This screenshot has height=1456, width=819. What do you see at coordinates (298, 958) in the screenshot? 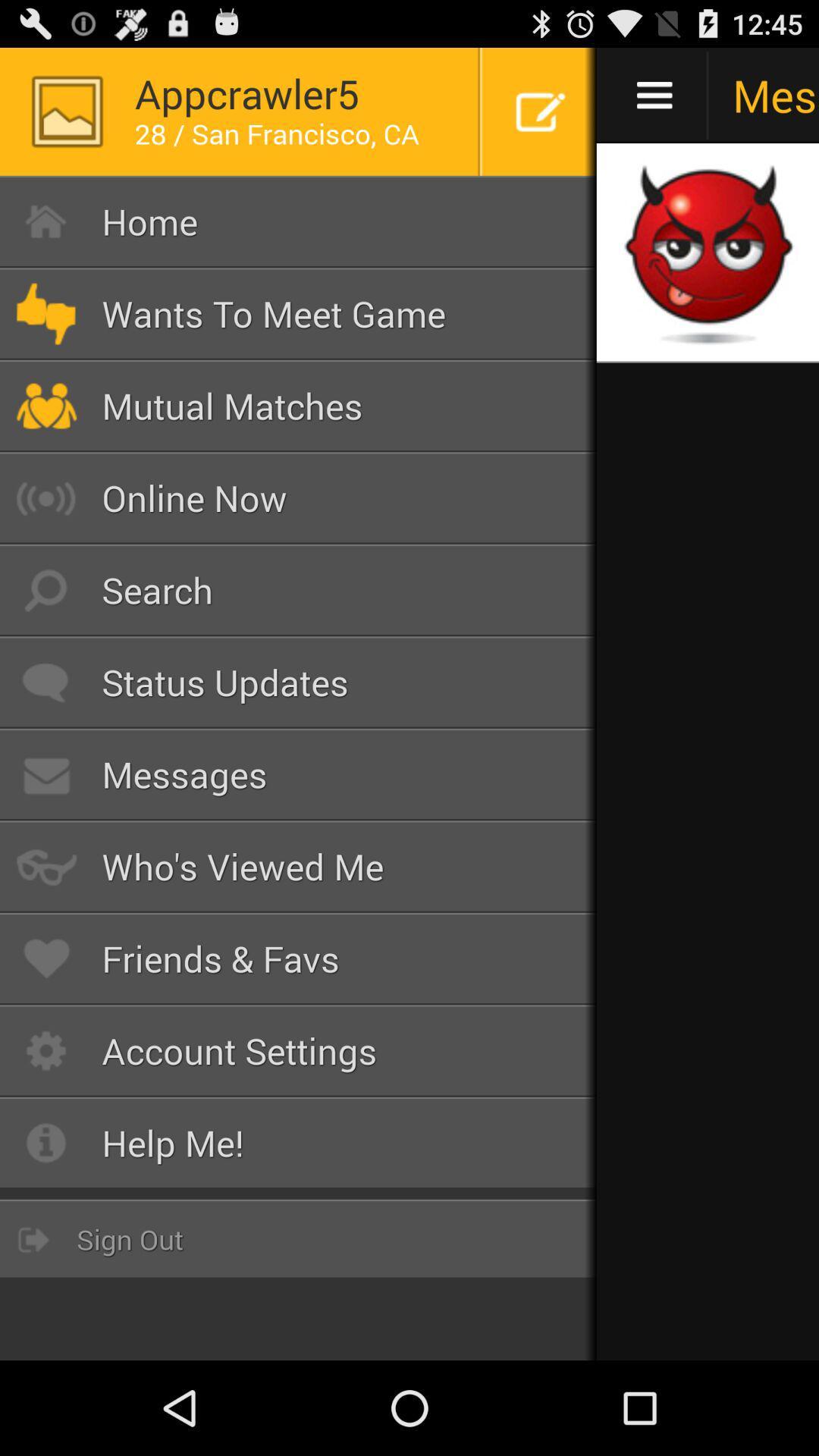
I see `the icon above the account settings button` at bounding box center [298, 958].